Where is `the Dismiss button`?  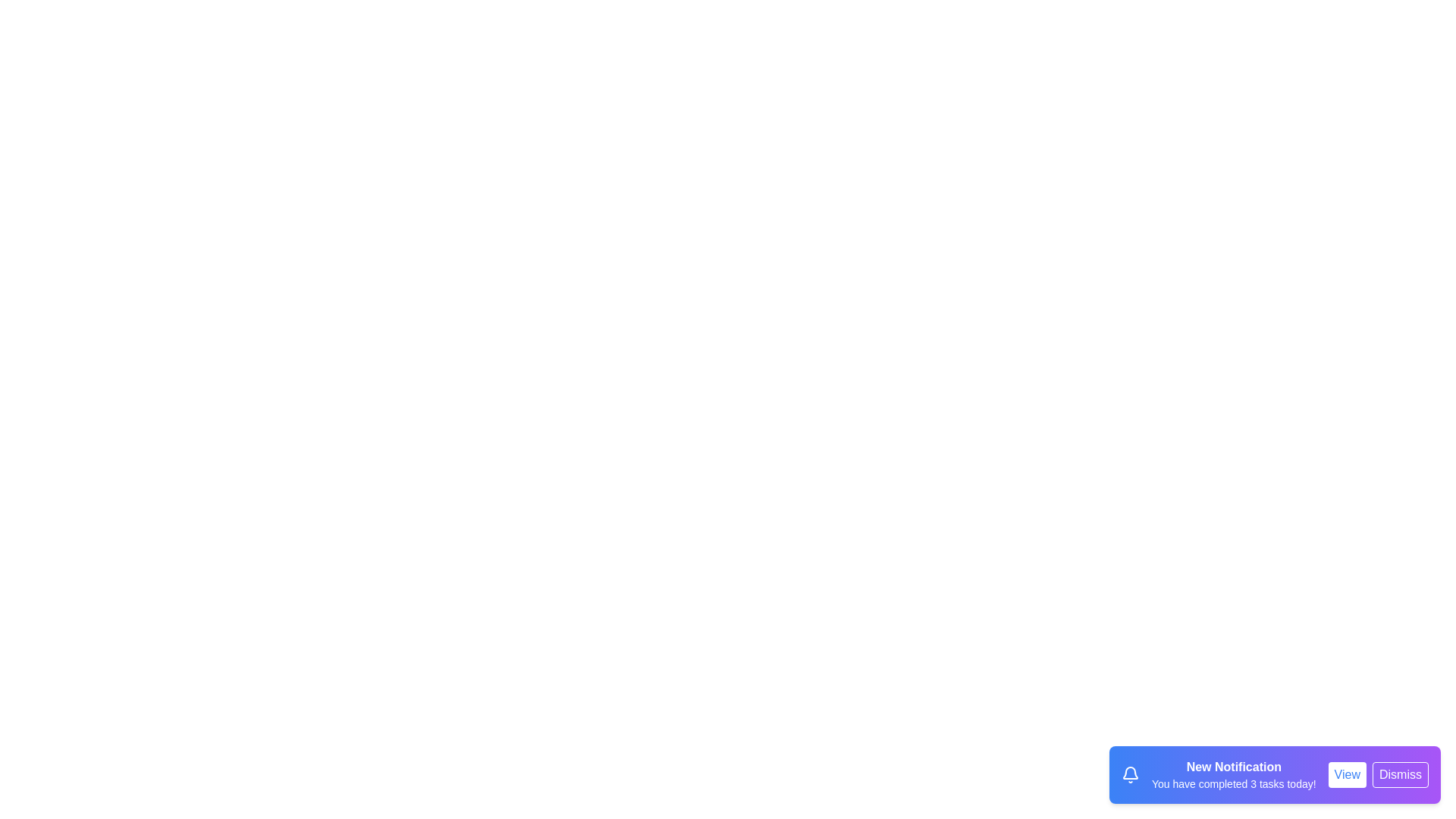
the Dismiss button is located at coordinates (1400, 775).